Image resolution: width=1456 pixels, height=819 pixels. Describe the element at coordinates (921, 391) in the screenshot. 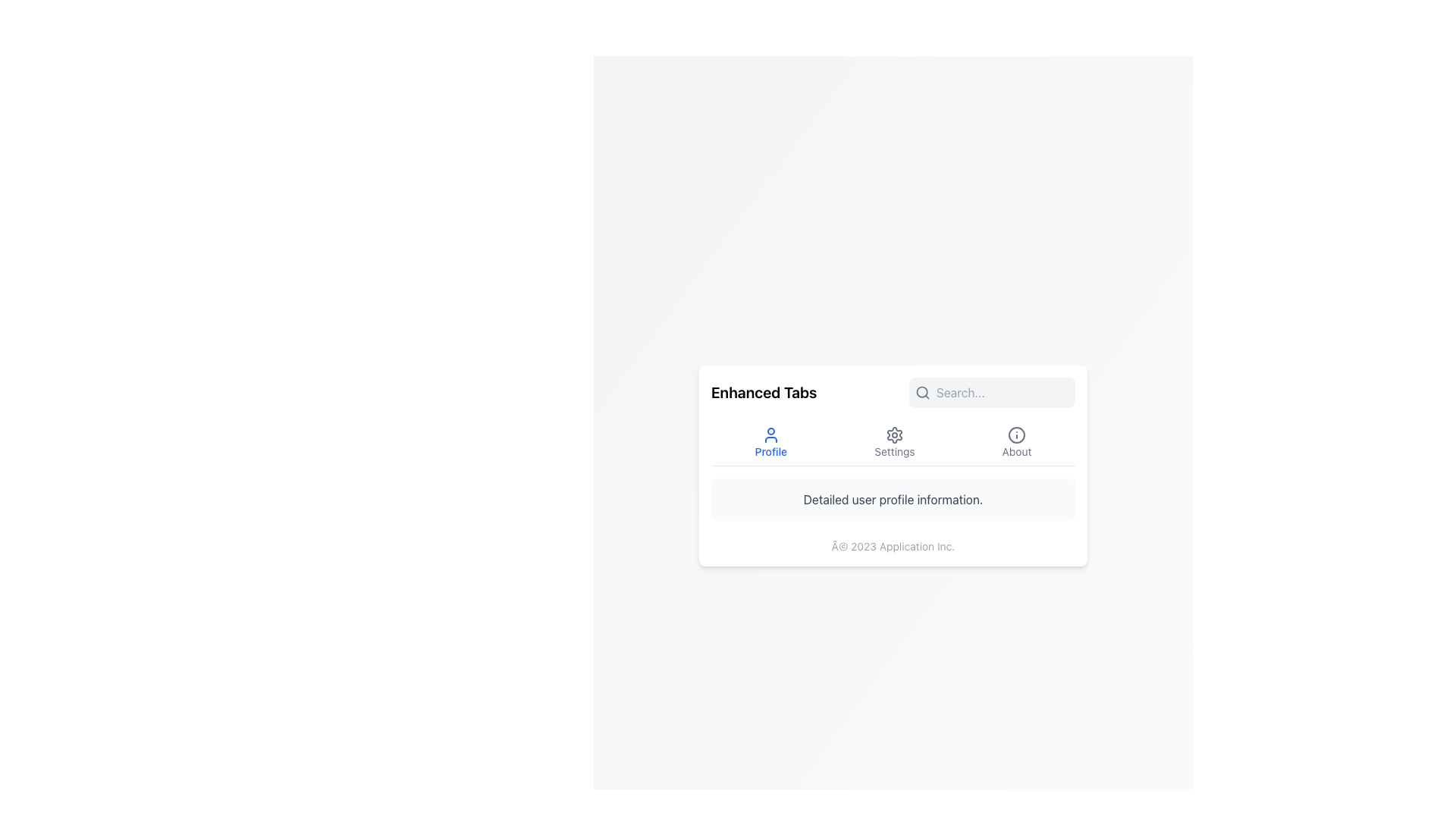

I see `the circular portion of the search icon represented by the SVG circle component located at the top-right corner of the central card displaying 'Enhanced Tabs'` at that location.